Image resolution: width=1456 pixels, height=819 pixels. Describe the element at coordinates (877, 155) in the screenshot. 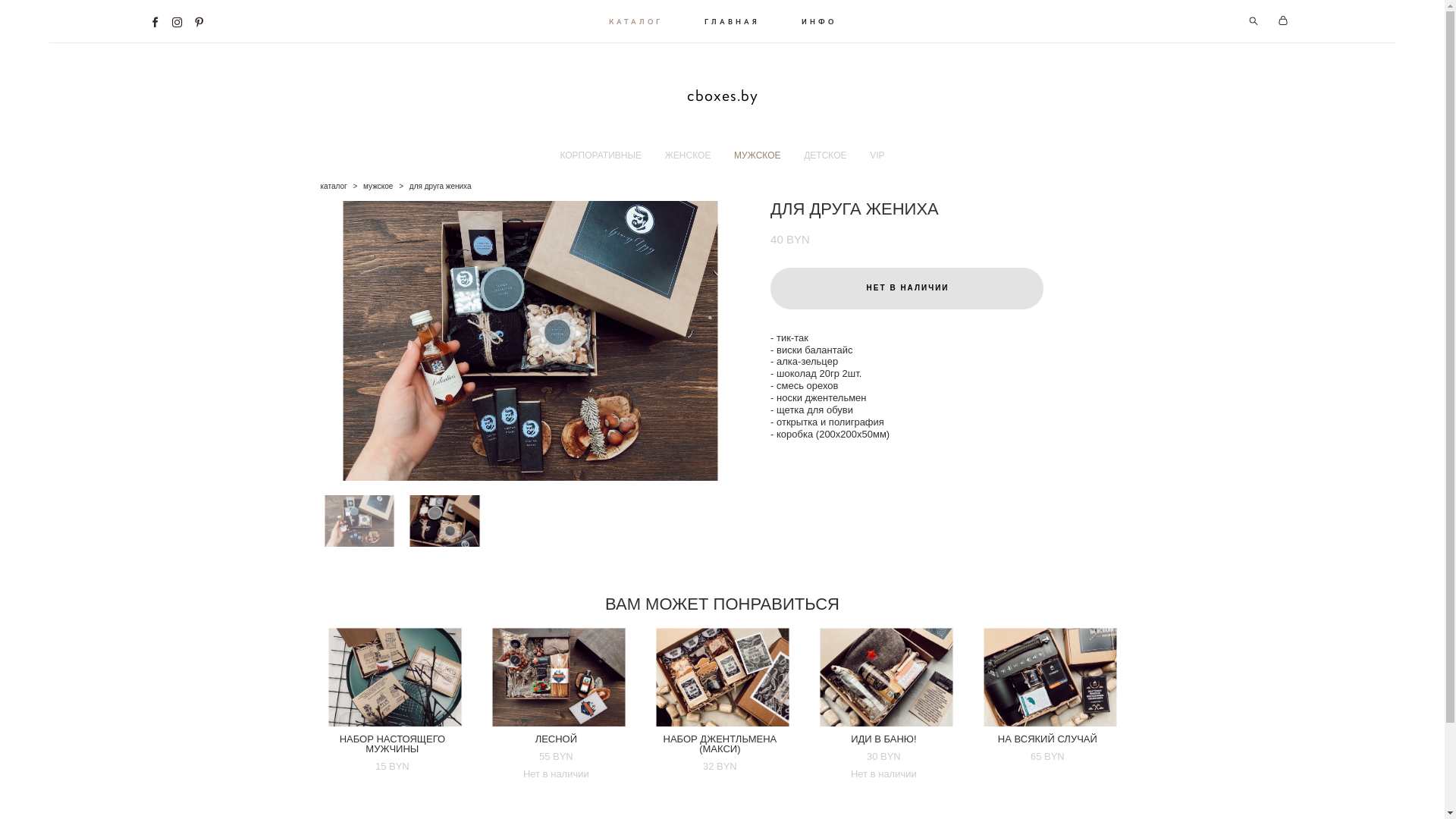

I see `'VIP'` at that location.